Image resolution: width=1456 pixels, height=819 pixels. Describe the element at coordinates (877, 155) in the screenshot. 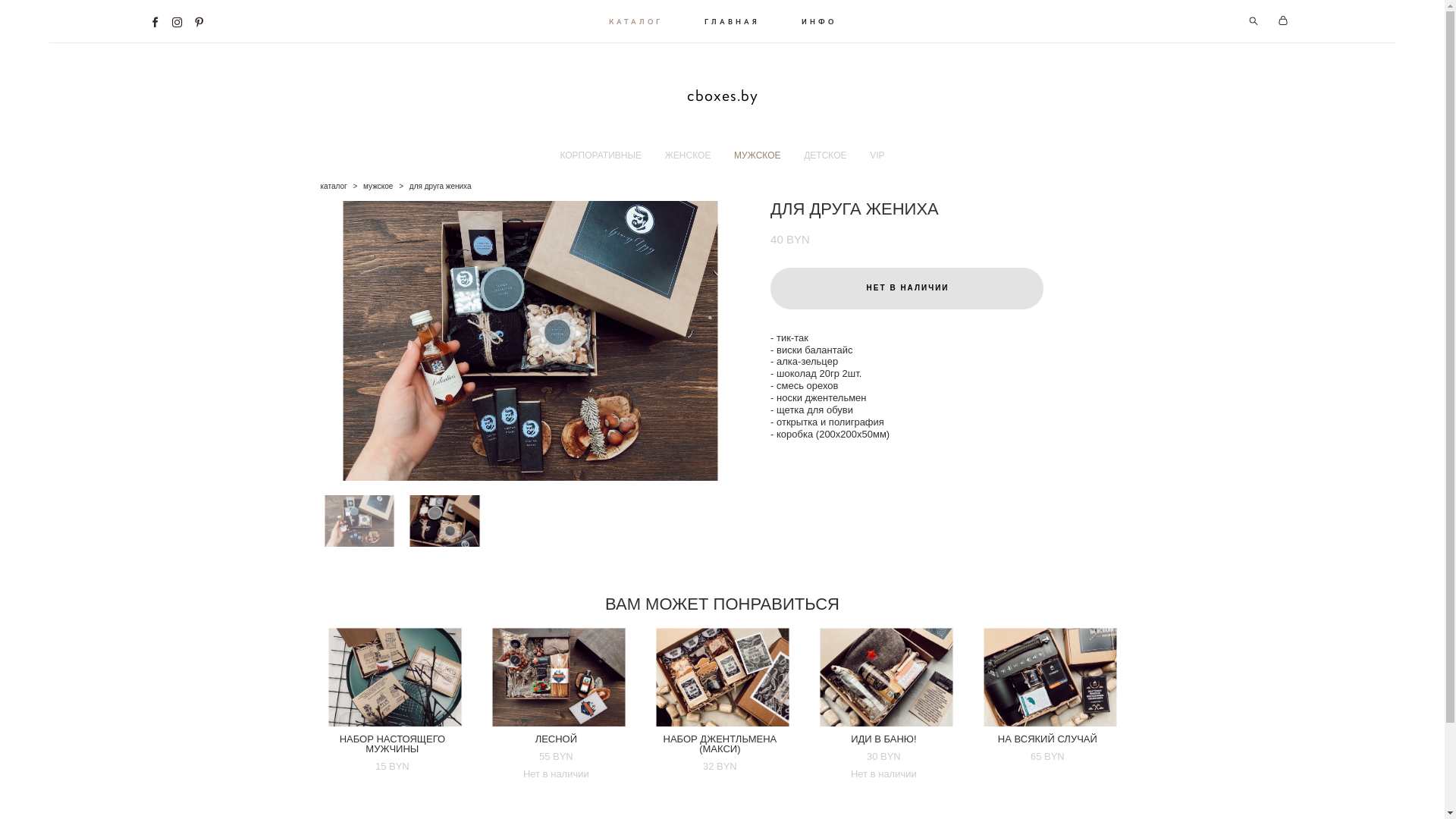

I see `'VIP'` at that location.